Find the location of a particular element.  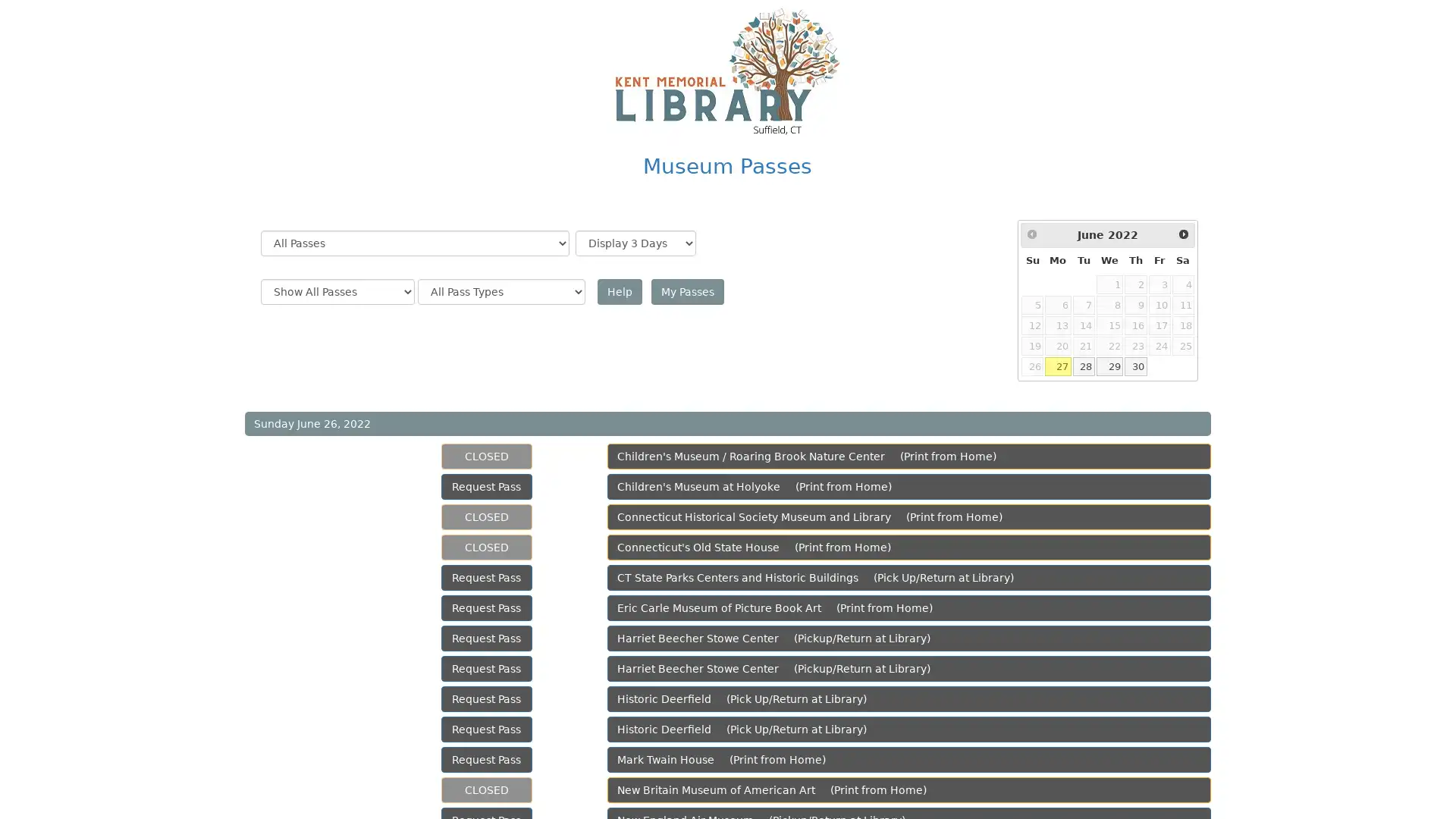

Eric Carle Museum of Picture Book Art     (Print from Home) is located at coordinates (908, 607).